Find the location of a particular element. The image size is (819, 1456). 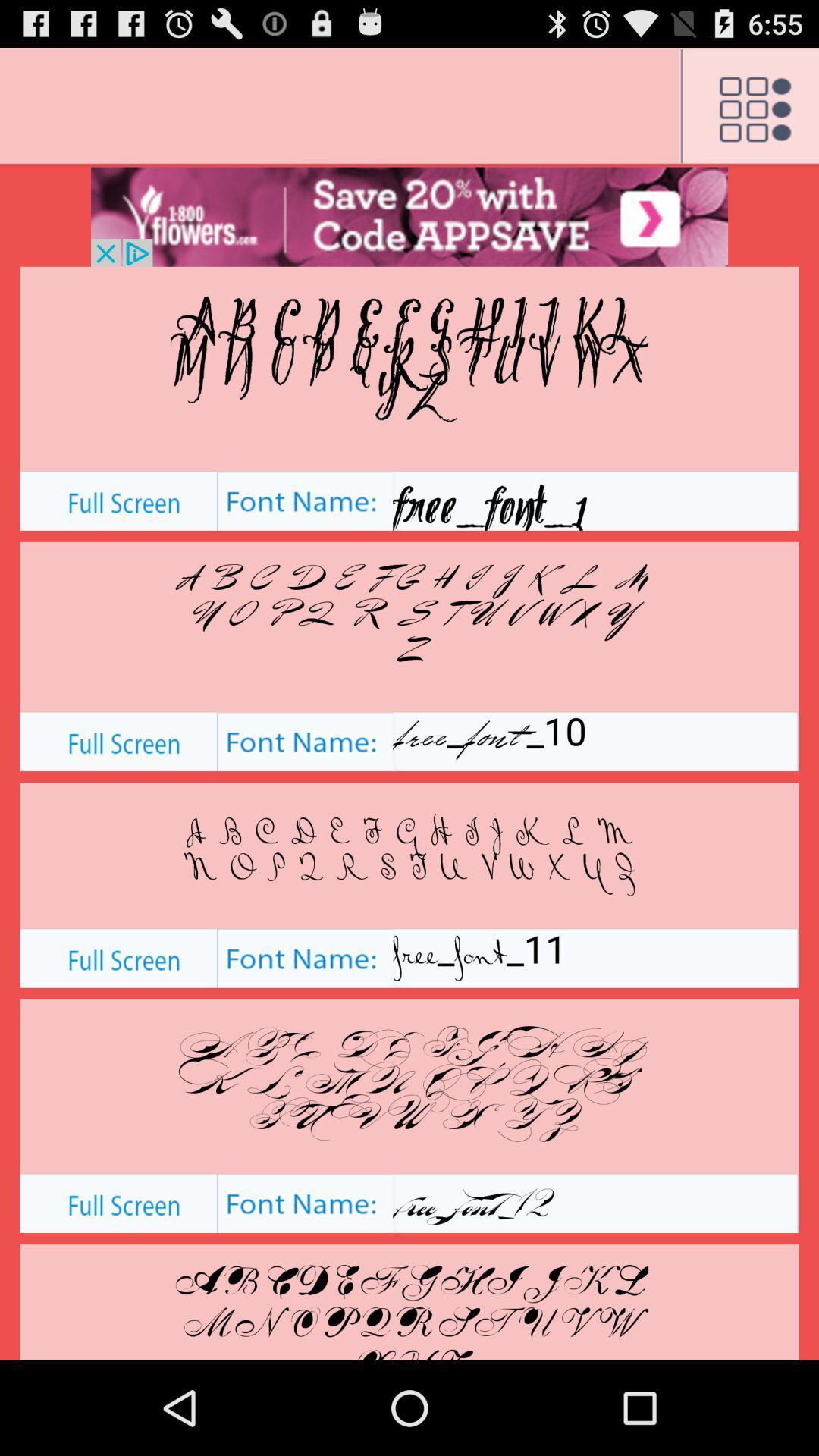

tools option is located at coordinates (748, 106).